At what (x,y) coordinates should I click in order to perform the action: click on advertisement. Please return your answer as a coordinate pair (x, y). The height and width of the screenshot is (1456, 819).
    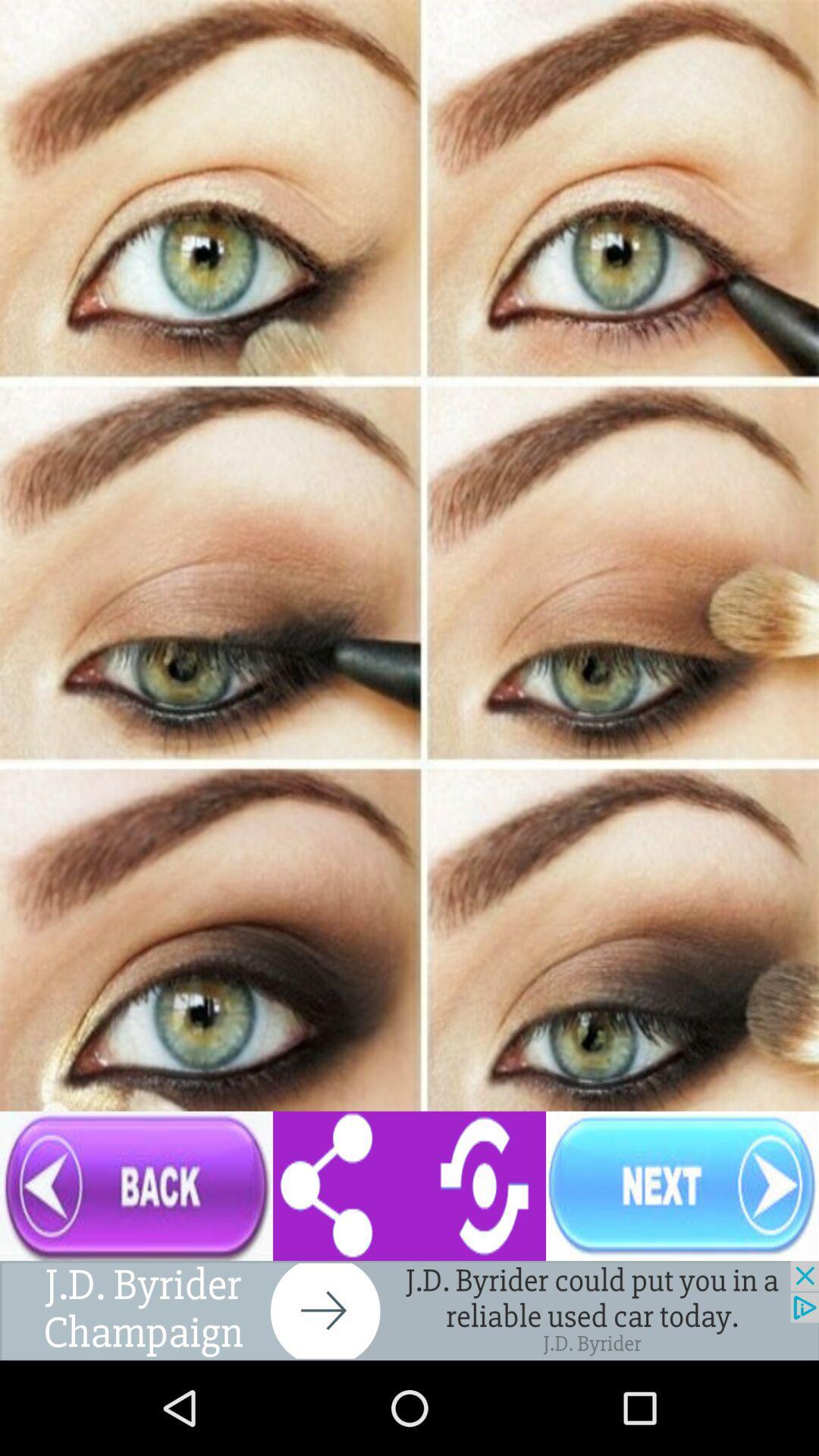
    Looking at the image, I should click on (409, 1310).